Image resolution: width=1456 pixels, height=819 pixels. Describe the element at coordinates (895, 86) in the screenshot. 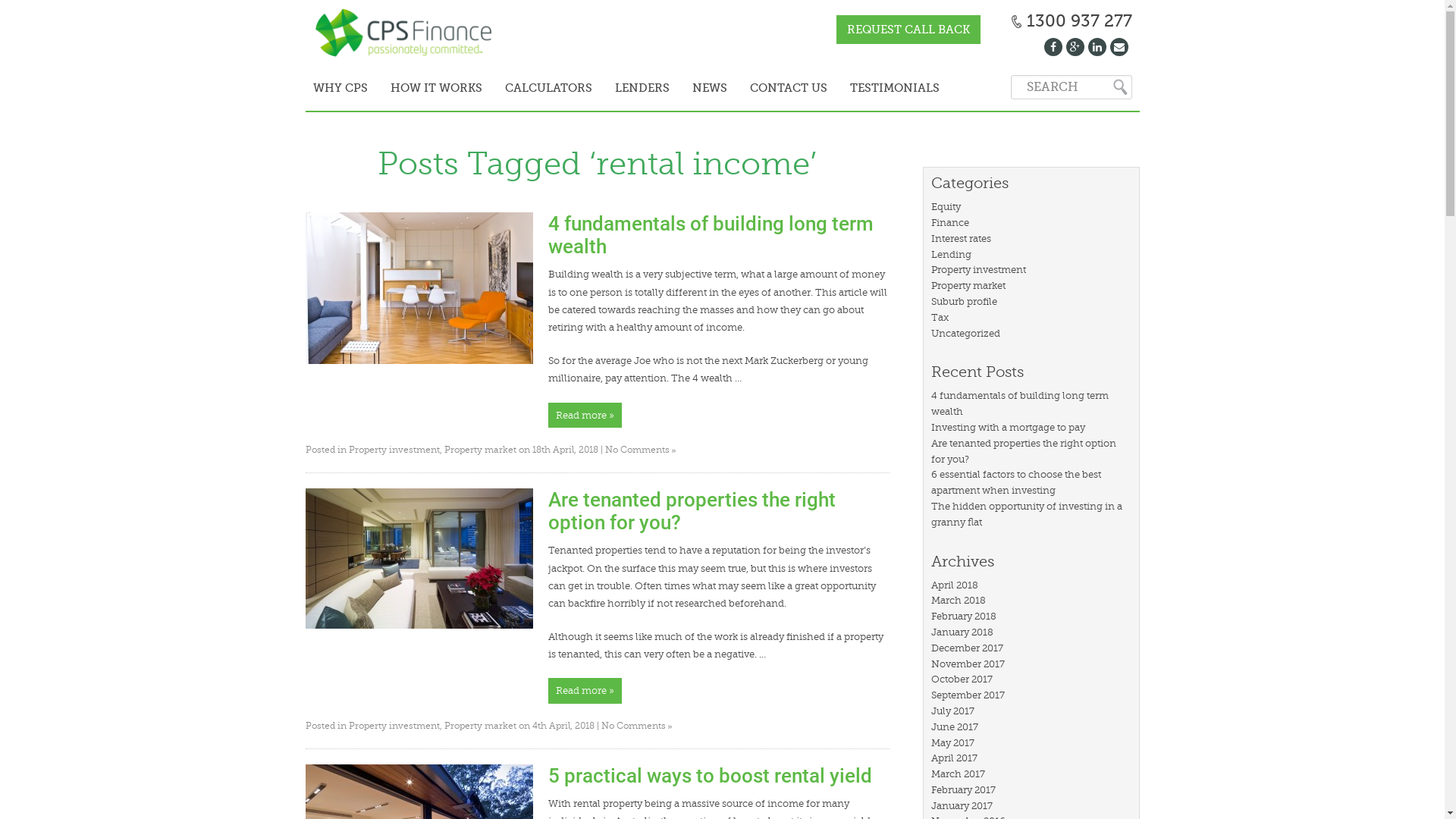

I see `'TESTIMONIALS'` at that location.